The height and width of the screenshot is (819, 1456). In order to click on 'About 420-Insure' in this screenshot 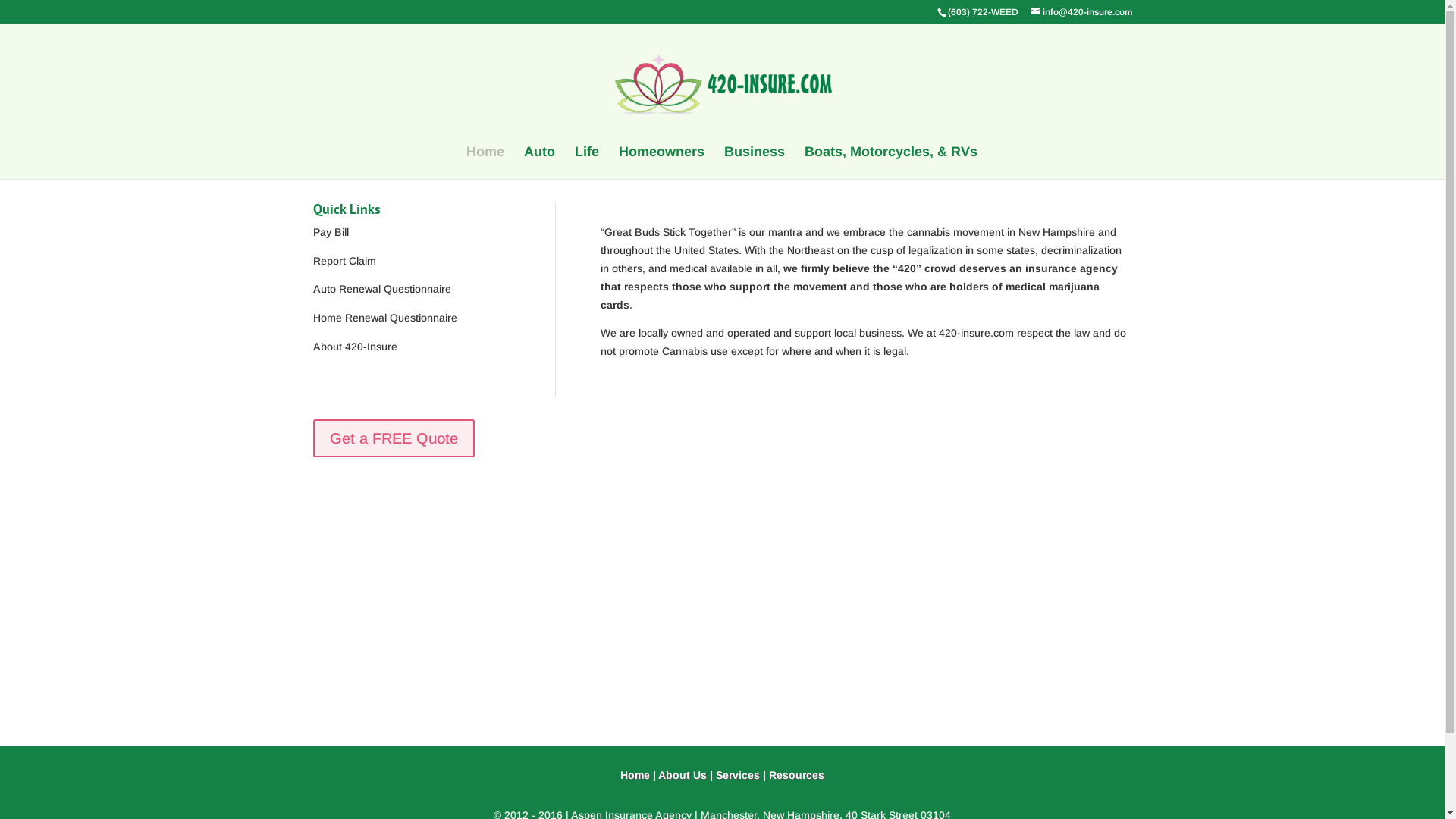, I will do `click(353, 346)`.